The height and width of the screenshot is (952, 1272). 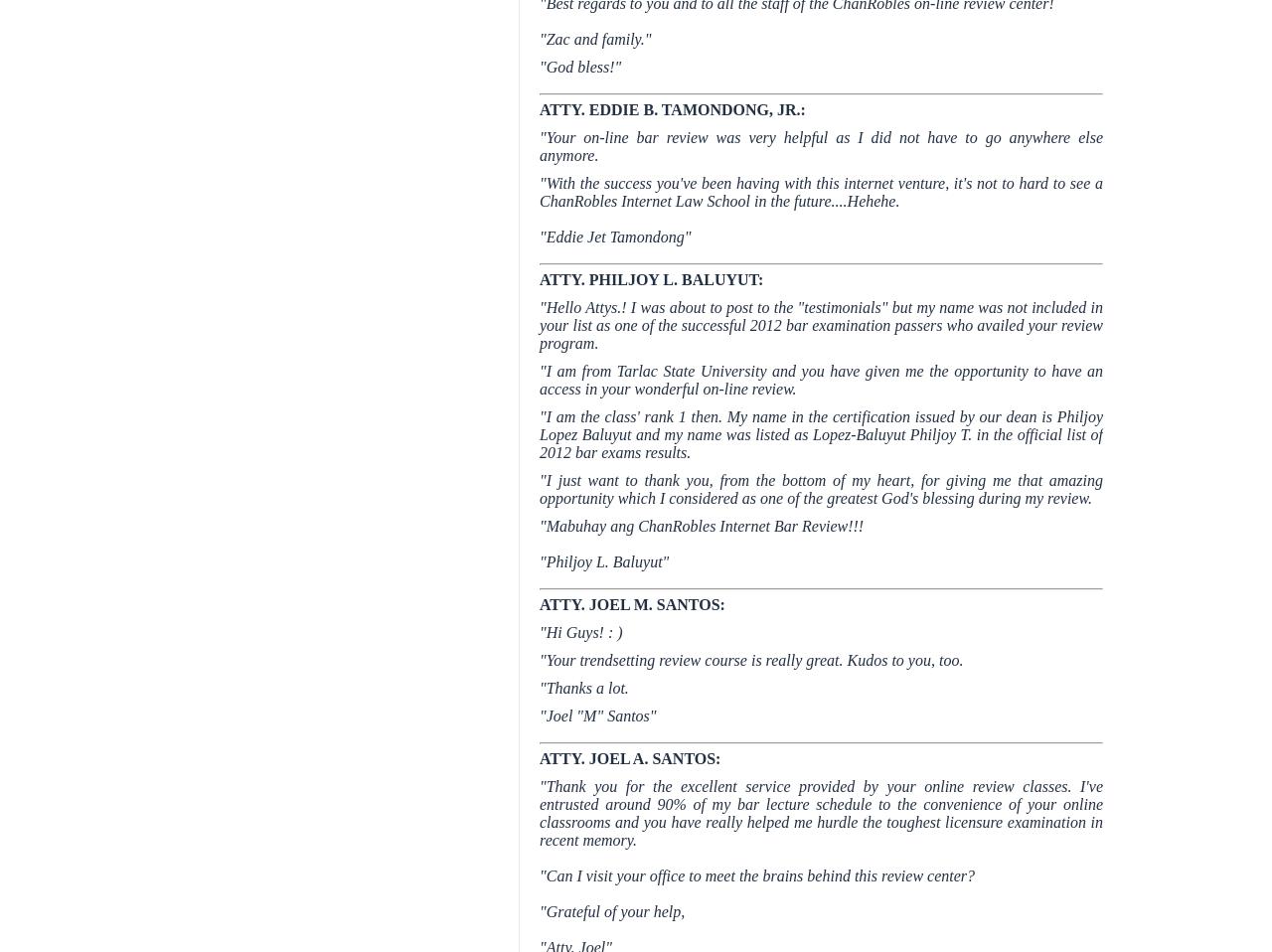 What do you see at coordinates (594, 38) in the screenshot?
I see `'"Zac and family."'` at bounding box center [594, 38].